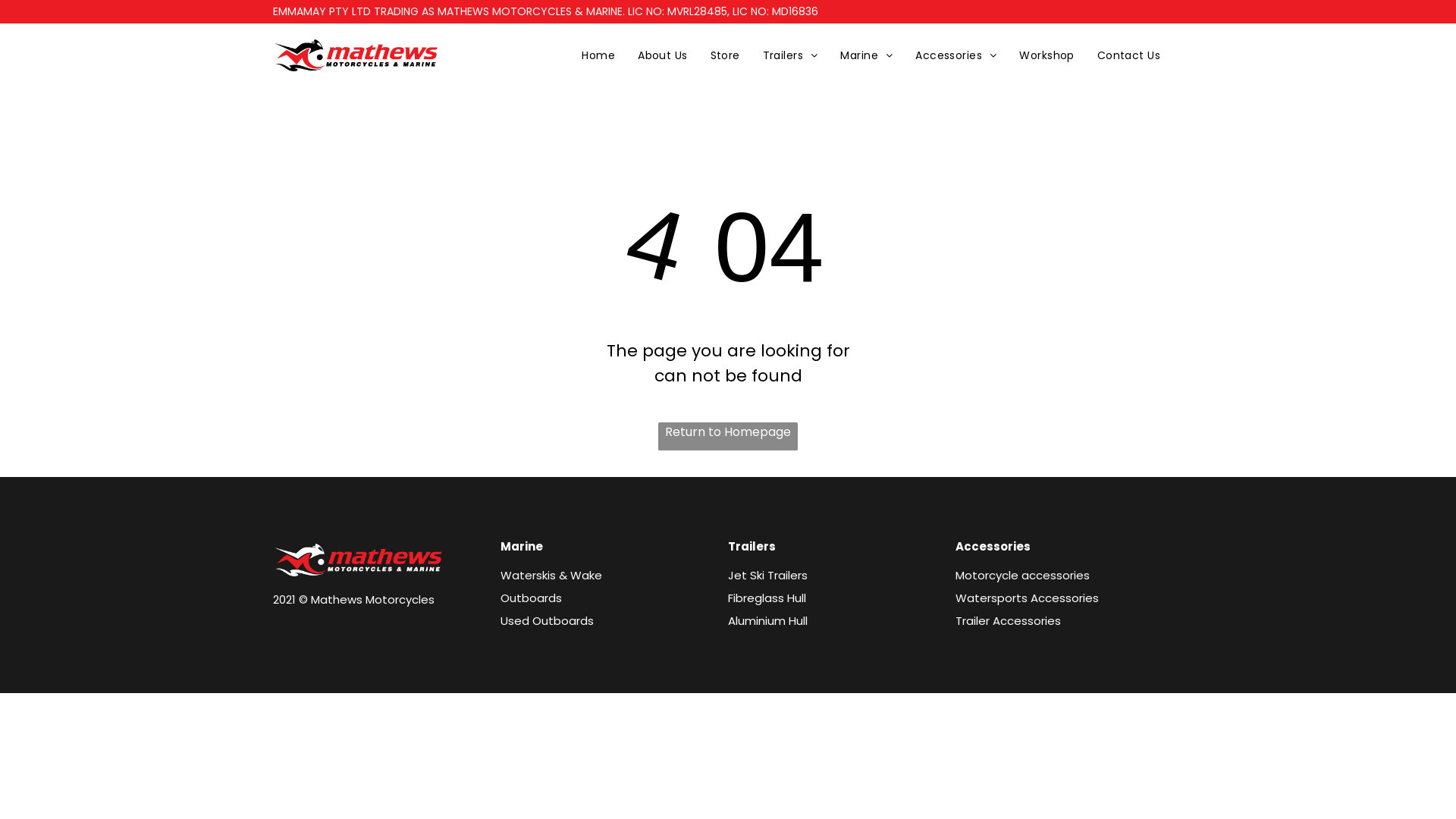 The image size is (1456, 819). I want to click on 'Store', so click(698, 55).